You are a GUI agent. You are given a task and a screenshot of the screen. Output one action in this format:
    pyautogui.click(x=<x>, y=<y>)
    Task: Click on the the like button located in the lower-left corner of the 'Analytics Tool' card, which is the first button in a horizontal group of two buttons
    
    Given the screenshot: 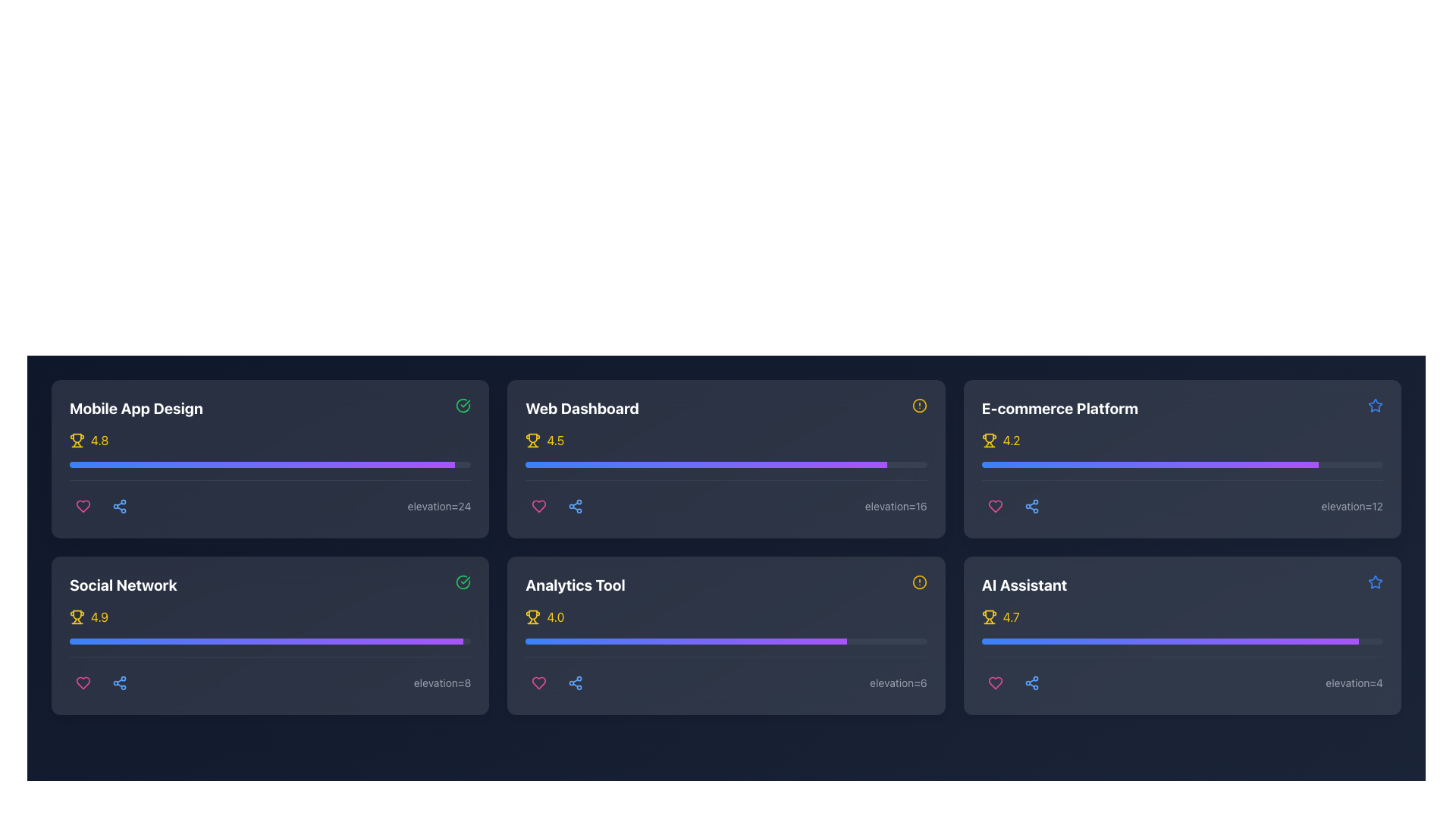 What is the action you would take?
    pyautogui.click(x=539, y=683)
    